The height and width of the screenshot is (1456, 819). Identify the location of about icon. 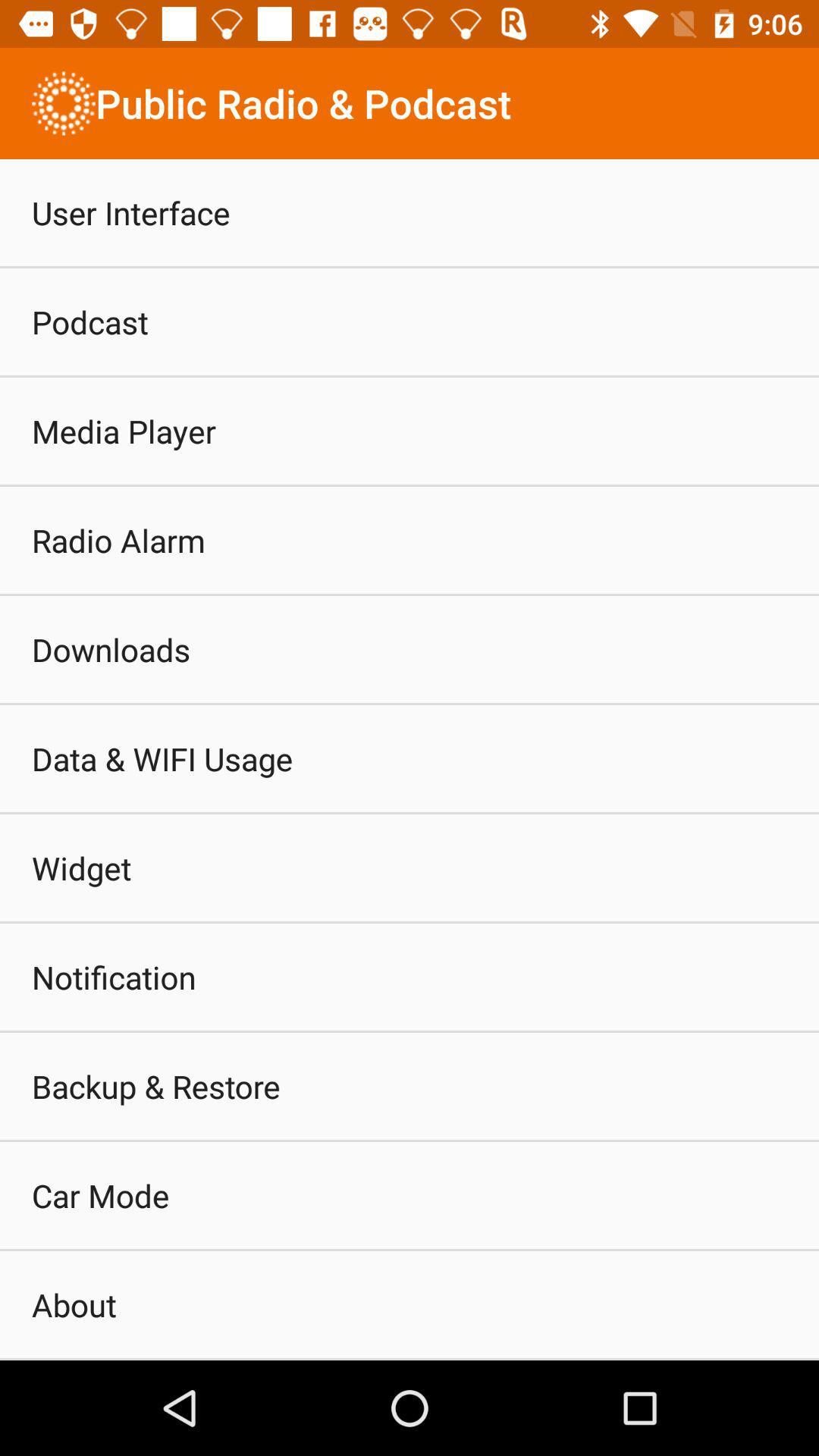
(74, 1304).